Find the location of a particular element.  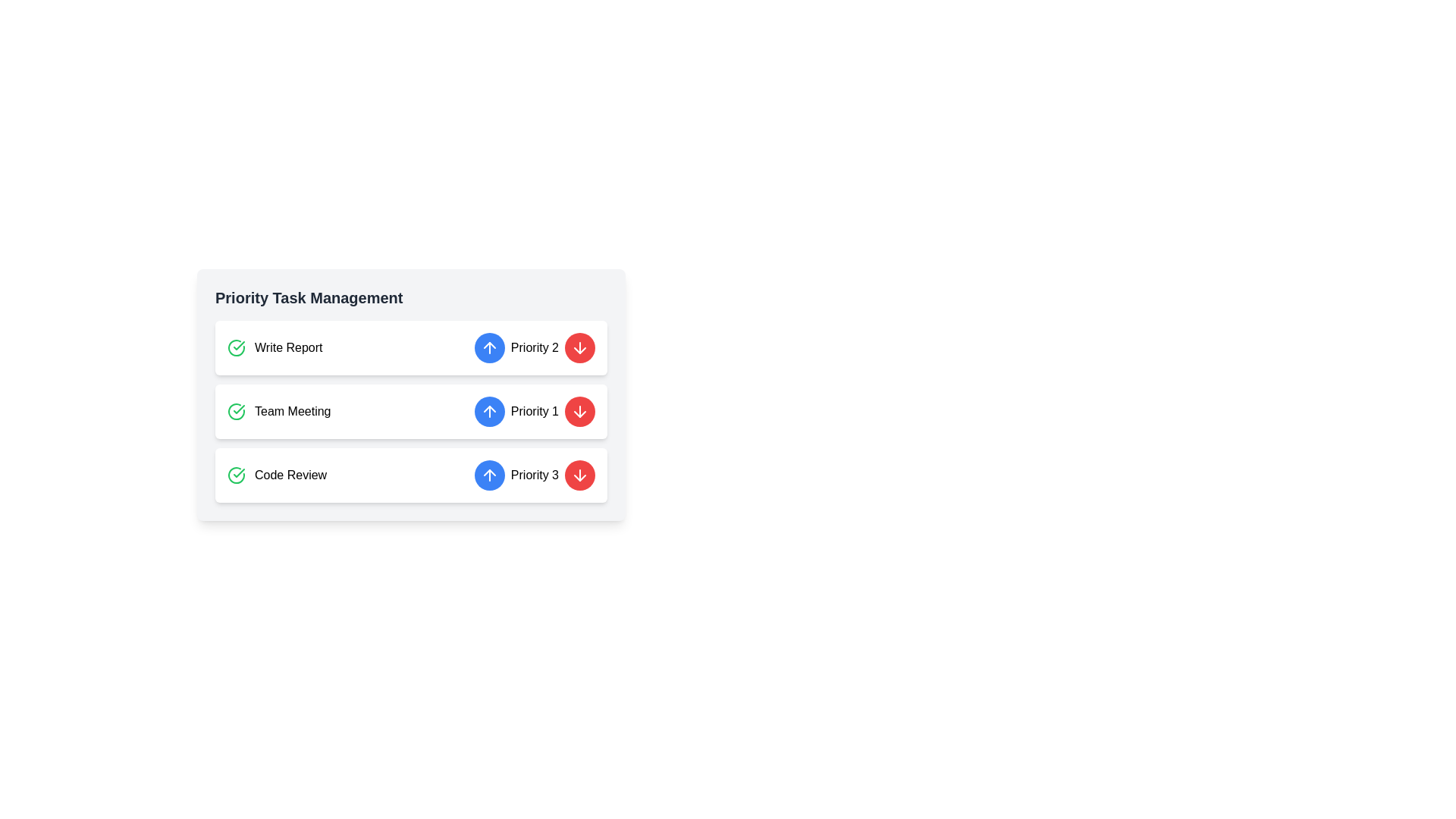

the 'Team Meeting' text label, which is styled with medium font weight and is centrally aligned in a card labeled 'Priority Task Management' is located at coordinates (293, 412).